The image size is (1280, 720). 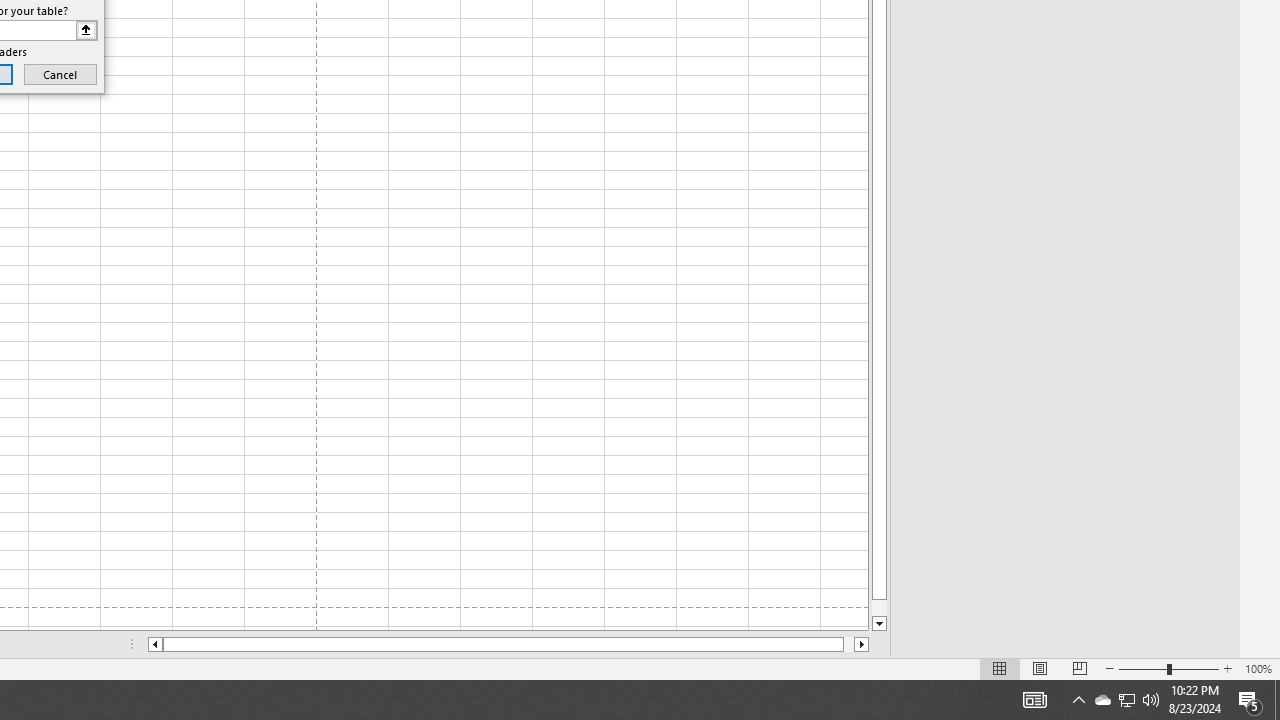 What do you see at coordinates (862, 644) in the screenshot?
I see `'Column right'` at bounding box center [862, 644].